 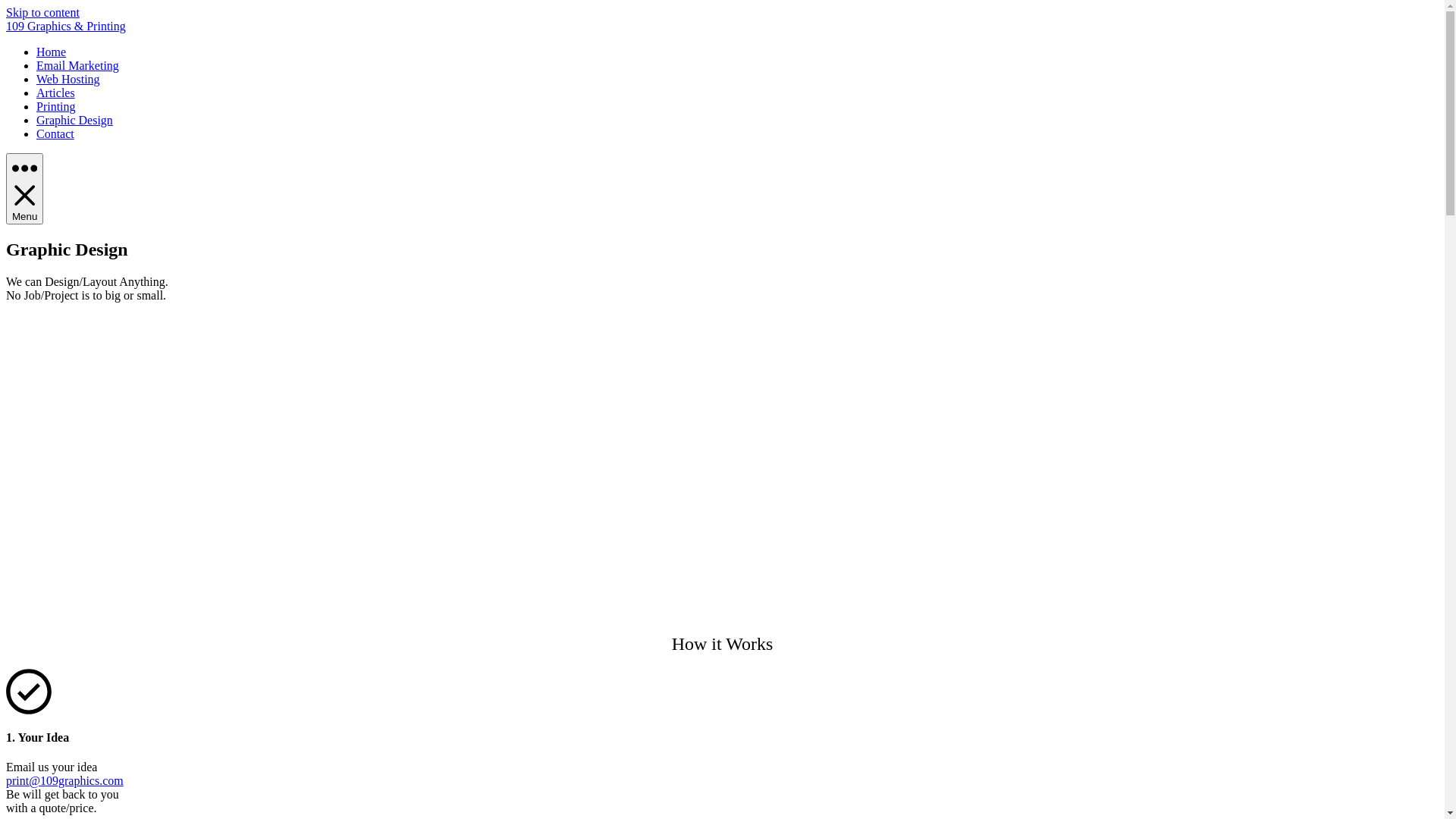 What do you see at coordinates (67, 79) in the screenshot?
I see `'Web Hosting'` at bounding box center [67, 79].